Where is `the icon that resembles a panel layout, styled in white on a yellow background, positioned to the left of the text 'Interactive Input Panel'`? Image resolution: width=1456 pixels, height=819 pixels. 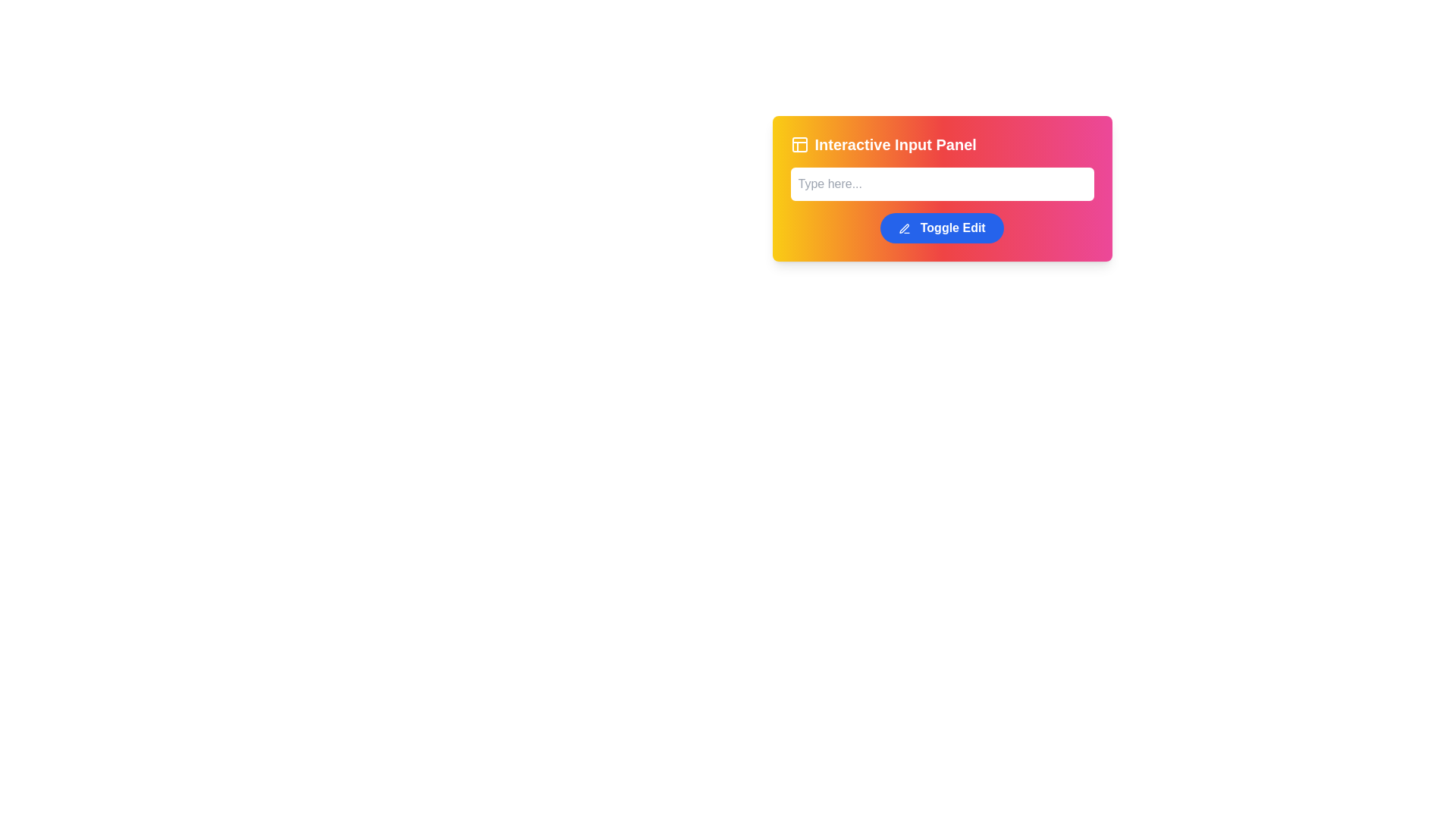 the icon that resembles a panel layout, styled in white on a yellow background, positioned to the left of the text 'Interactive Input Panel' is located at coordinates (799, 145).